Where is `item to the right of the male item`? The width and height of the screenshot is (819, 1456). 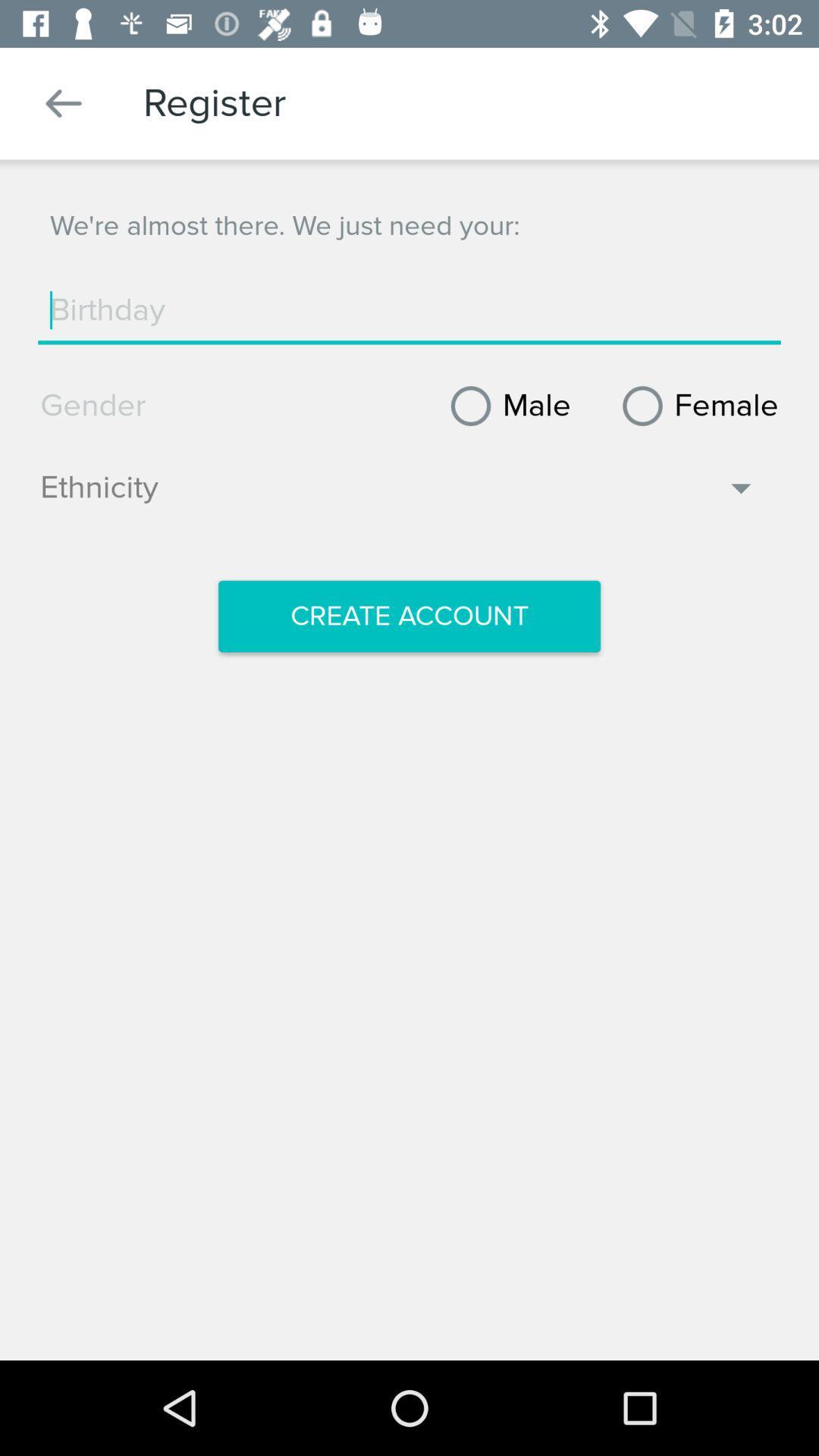 item to the right of the male item is located at coordinates (695, 406).